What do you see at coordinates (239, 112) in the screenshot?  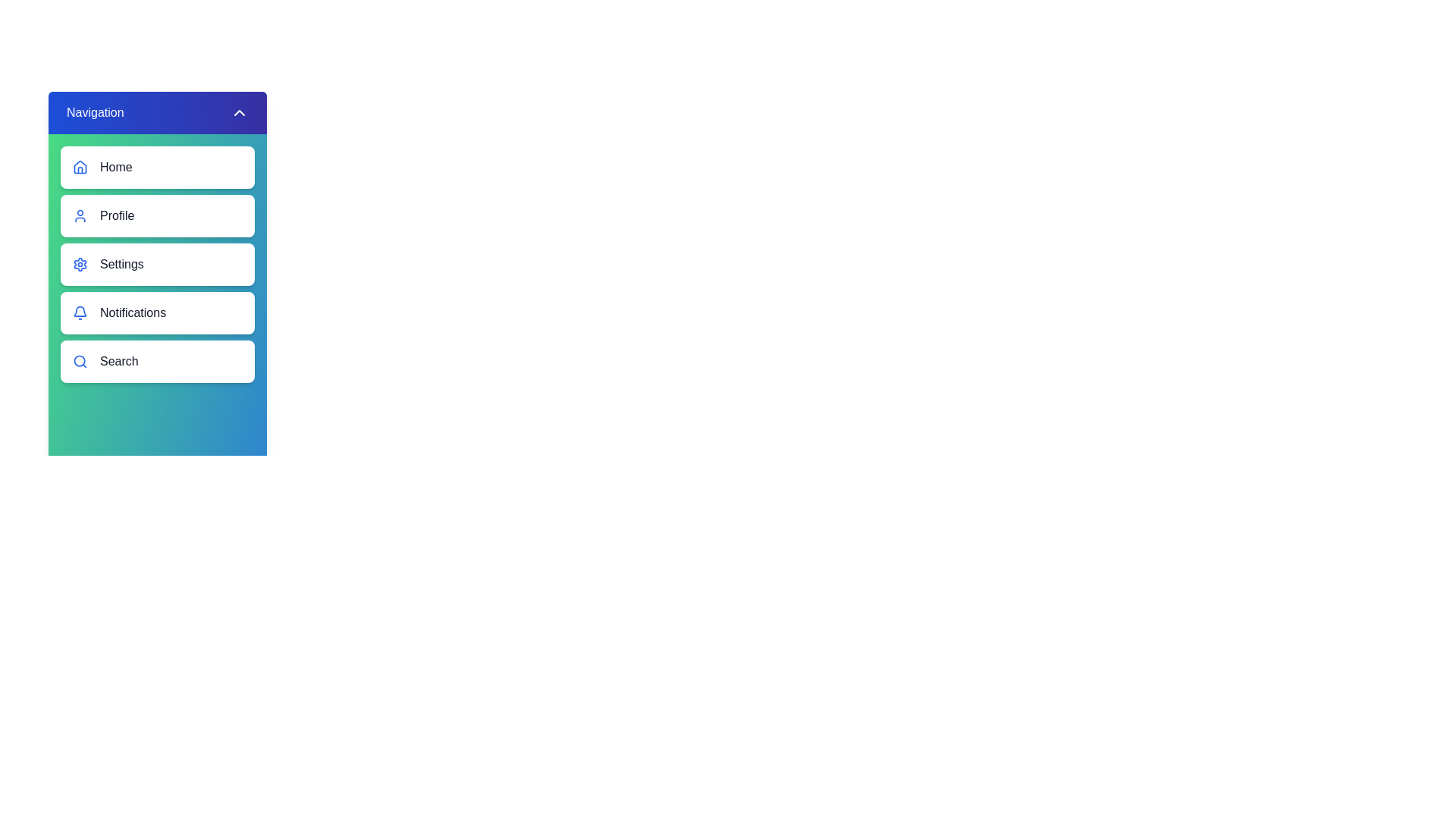 I see `the chevron icon button located at the top right corner of the navigation header` at bounding box center [239, 112].